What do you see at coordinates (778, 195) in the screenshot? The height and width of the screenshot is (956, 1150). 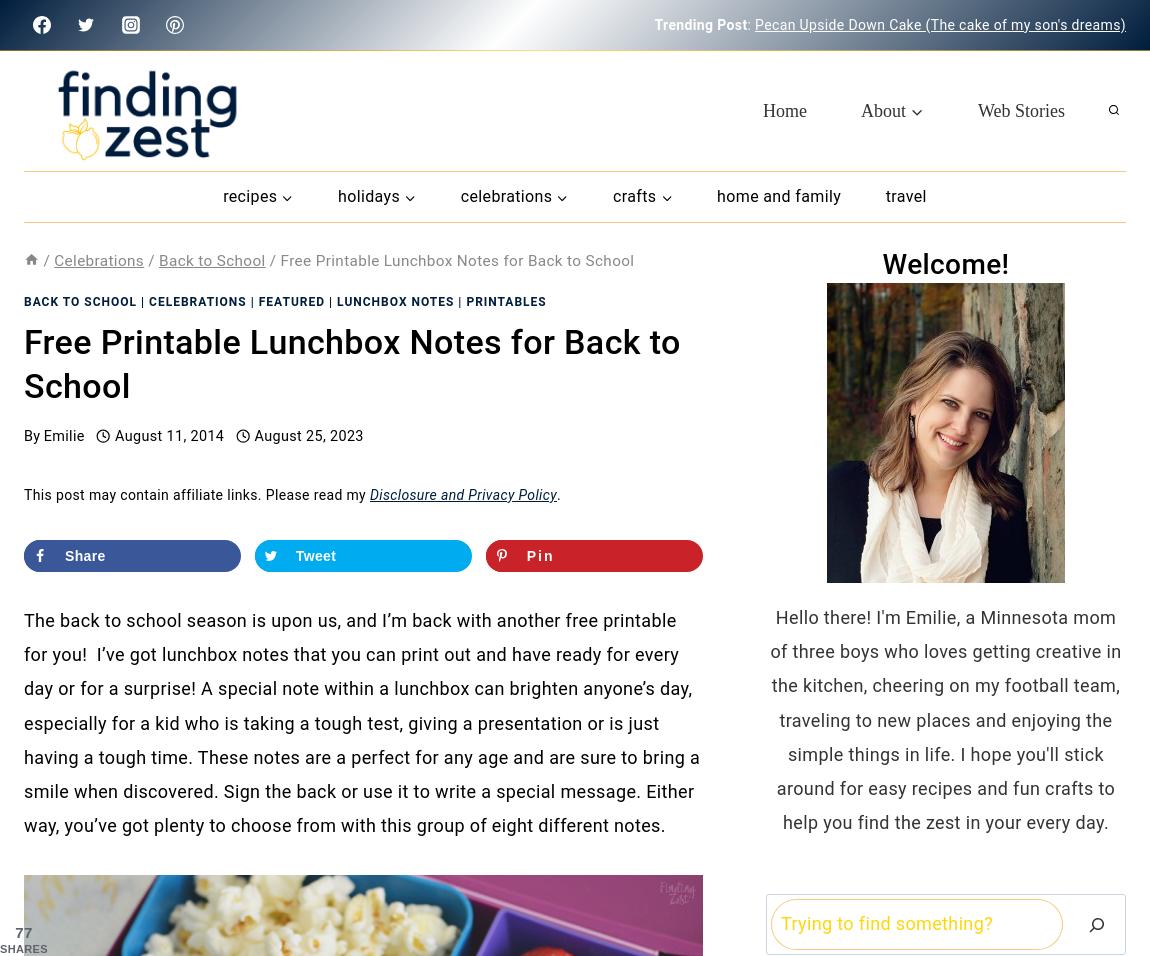 I see `'Home and Family'` at bounding box center [778, 195].